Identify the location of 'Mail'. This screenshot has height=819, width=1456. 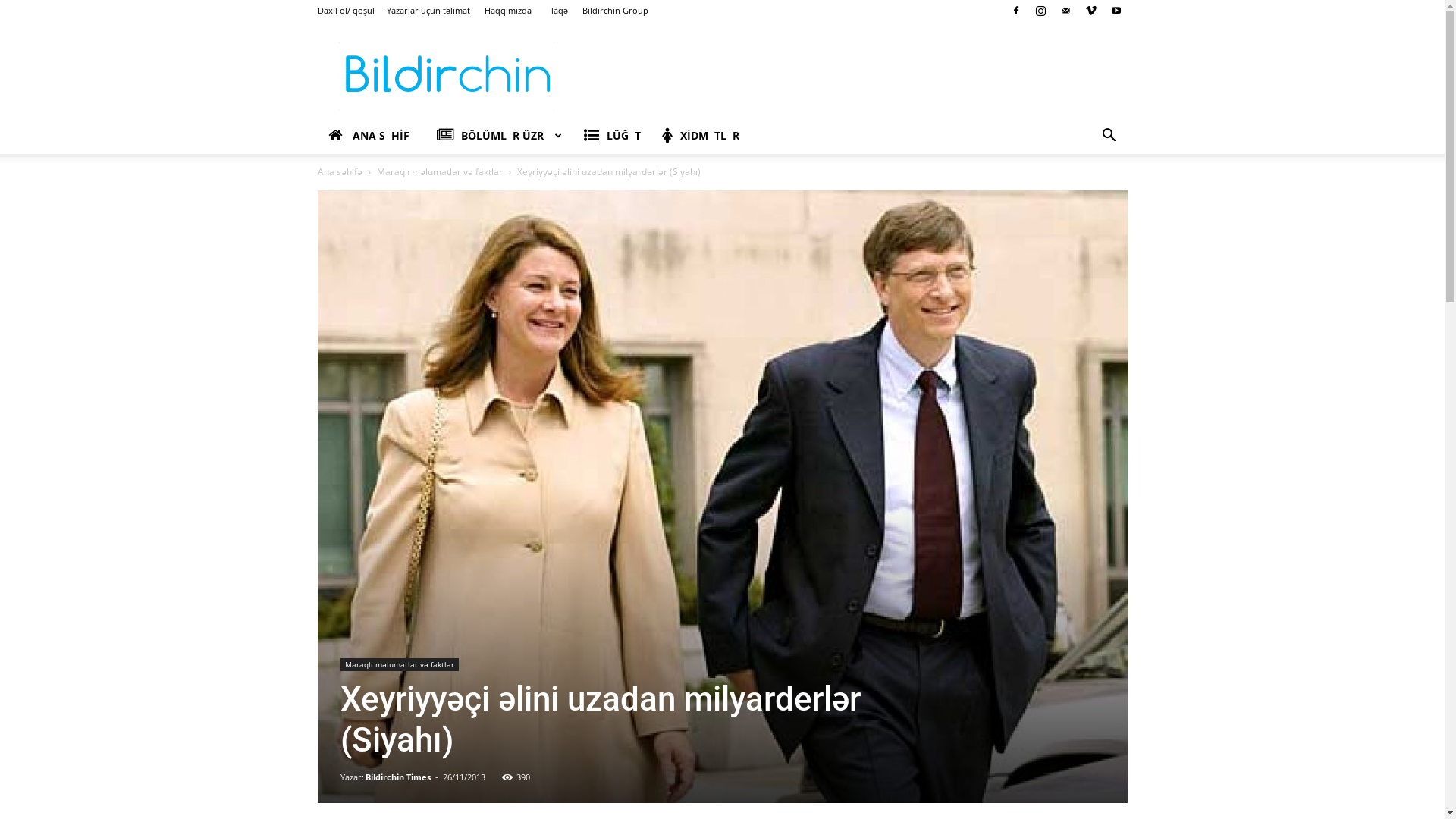
(1053, 11).